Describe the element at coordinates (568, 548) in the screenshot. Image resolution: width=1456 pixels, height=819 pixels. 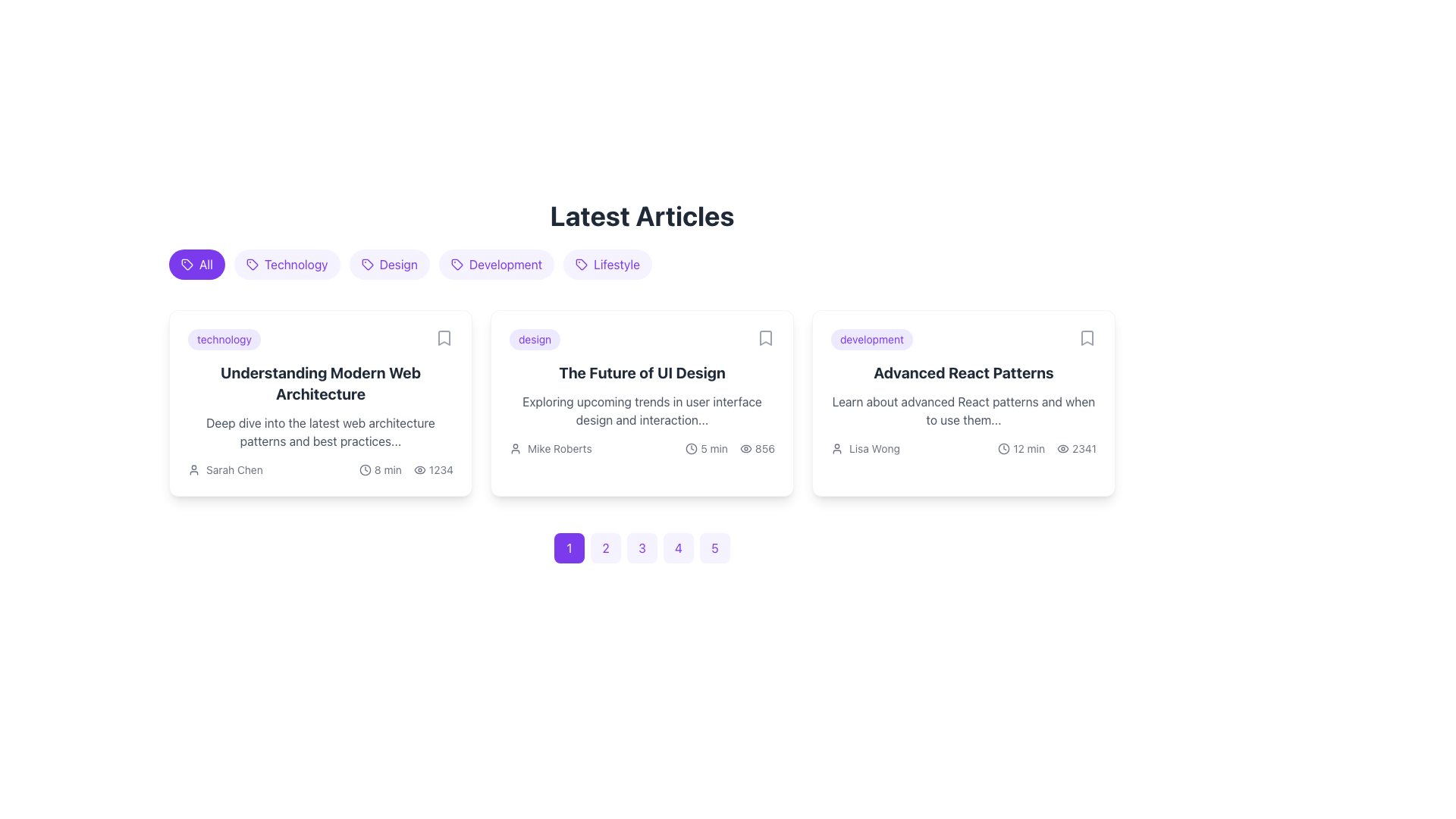
I see `the first button in the series of page navigation buttons` at that location.